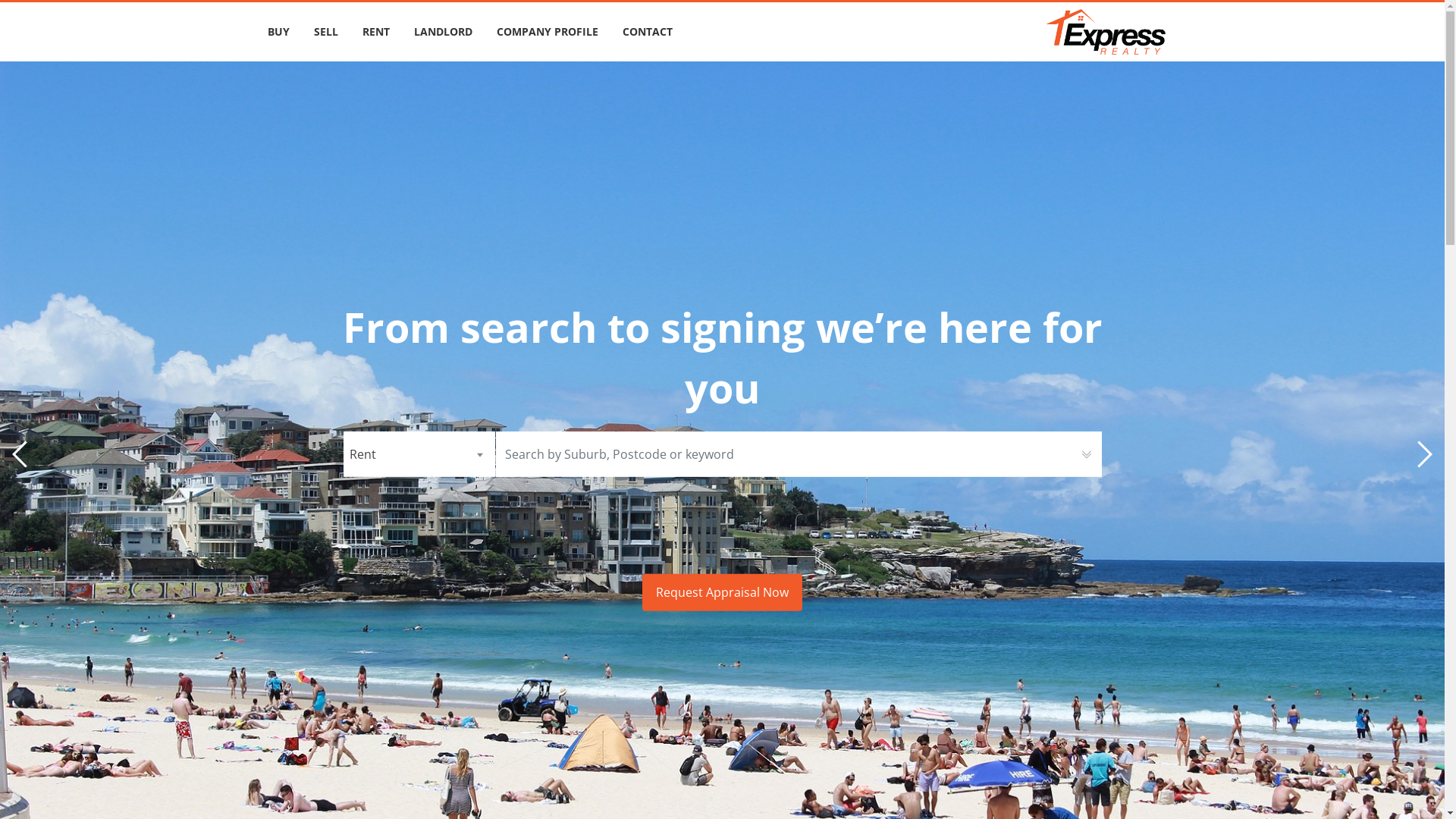 This screenshot has width=1456, height=819. Describe the element at coordinates (278, 32) in the screenshot. I see `'BUY'` at that location.